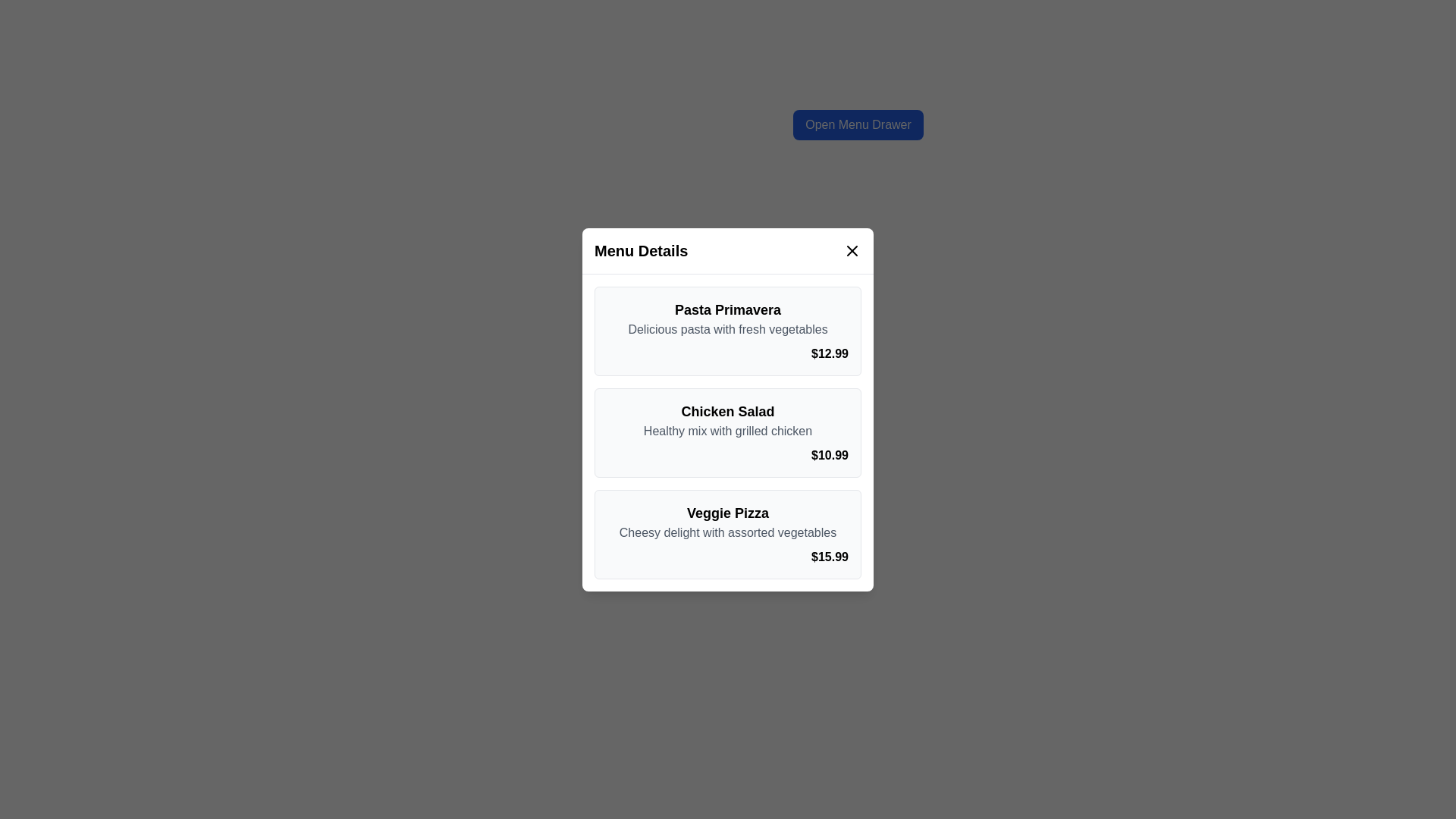  Describe the element at coordinates (852, 249) in the screenshot. I see `the close icon button located to the right of the 'Menu Details' header` at that location.